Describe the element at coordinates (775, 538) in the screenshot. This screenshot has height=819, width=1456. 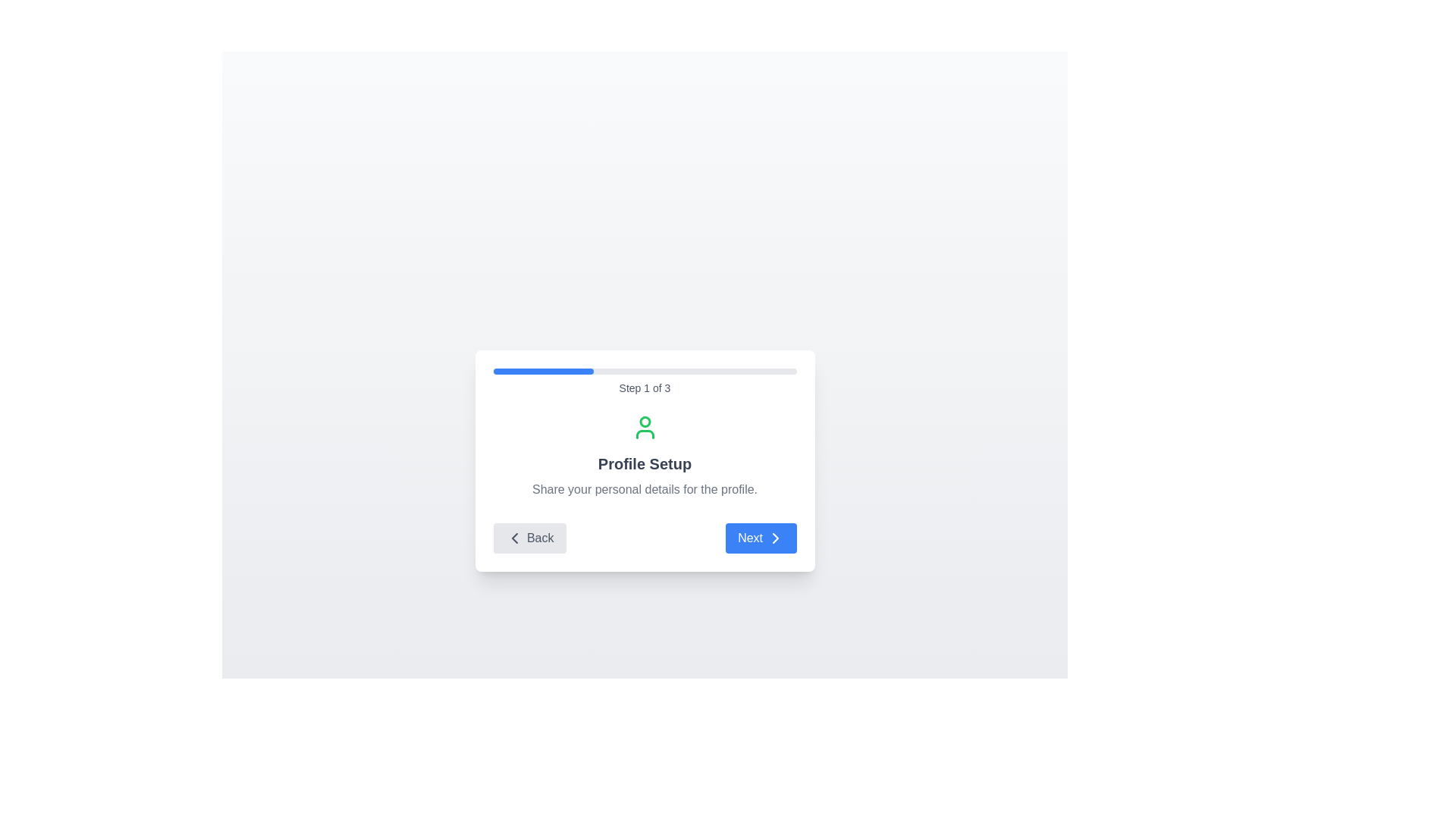
I see `the right-pointing arrow icon located inside the 'Next' button at the bottom-right corner of the content card` at that location.